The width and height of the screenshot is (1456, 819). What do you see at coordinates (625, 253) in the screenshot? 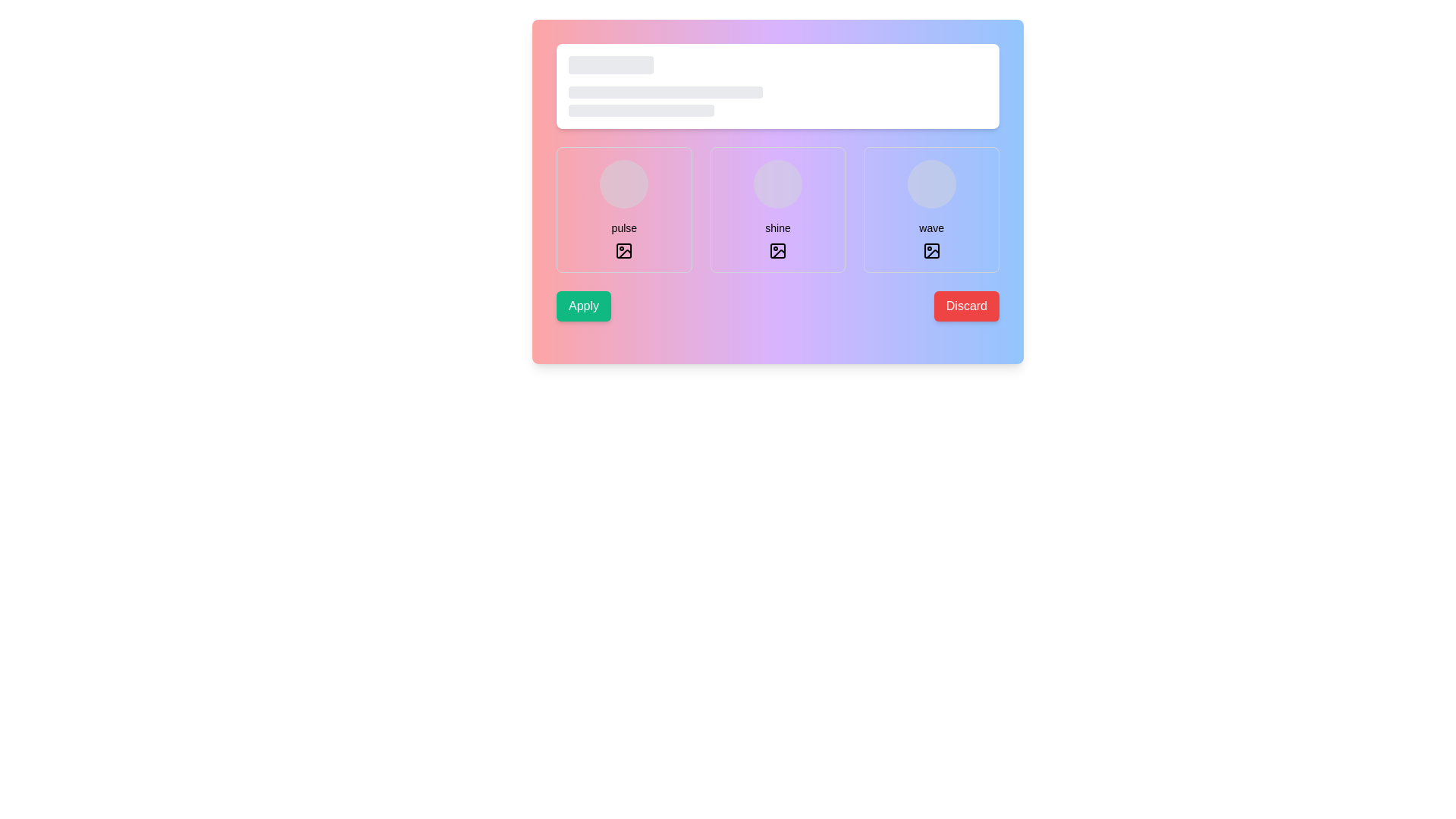
I see `the icon resembling a photograph with a diagonal line crossing through it, located beneath the text label 'pulse' in the first card of a three-card layout` at bounding box center [625, 253].